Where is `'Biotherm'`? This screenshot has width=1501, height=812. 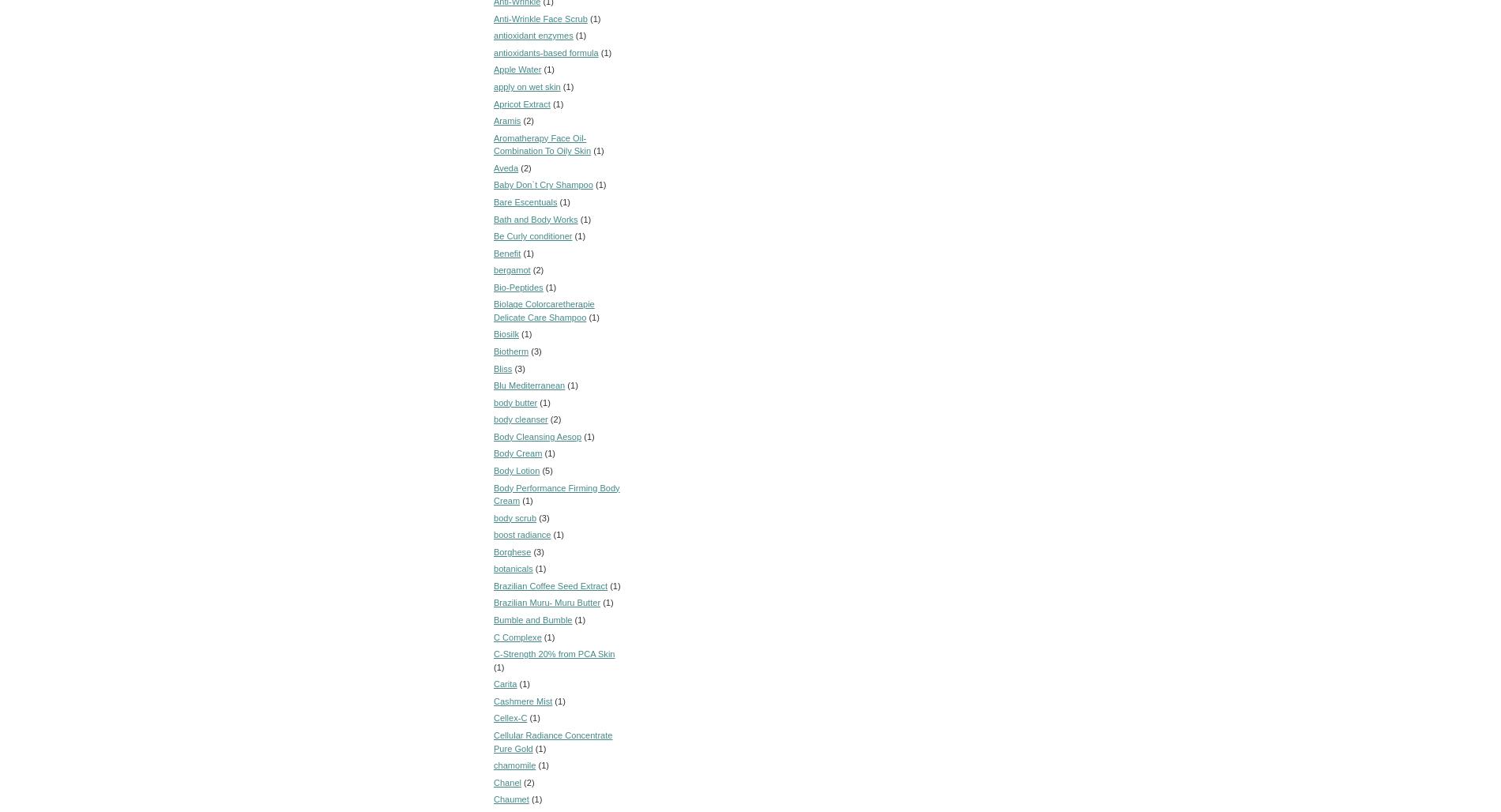 'Biotherm' is located at coordinates (493, 351).